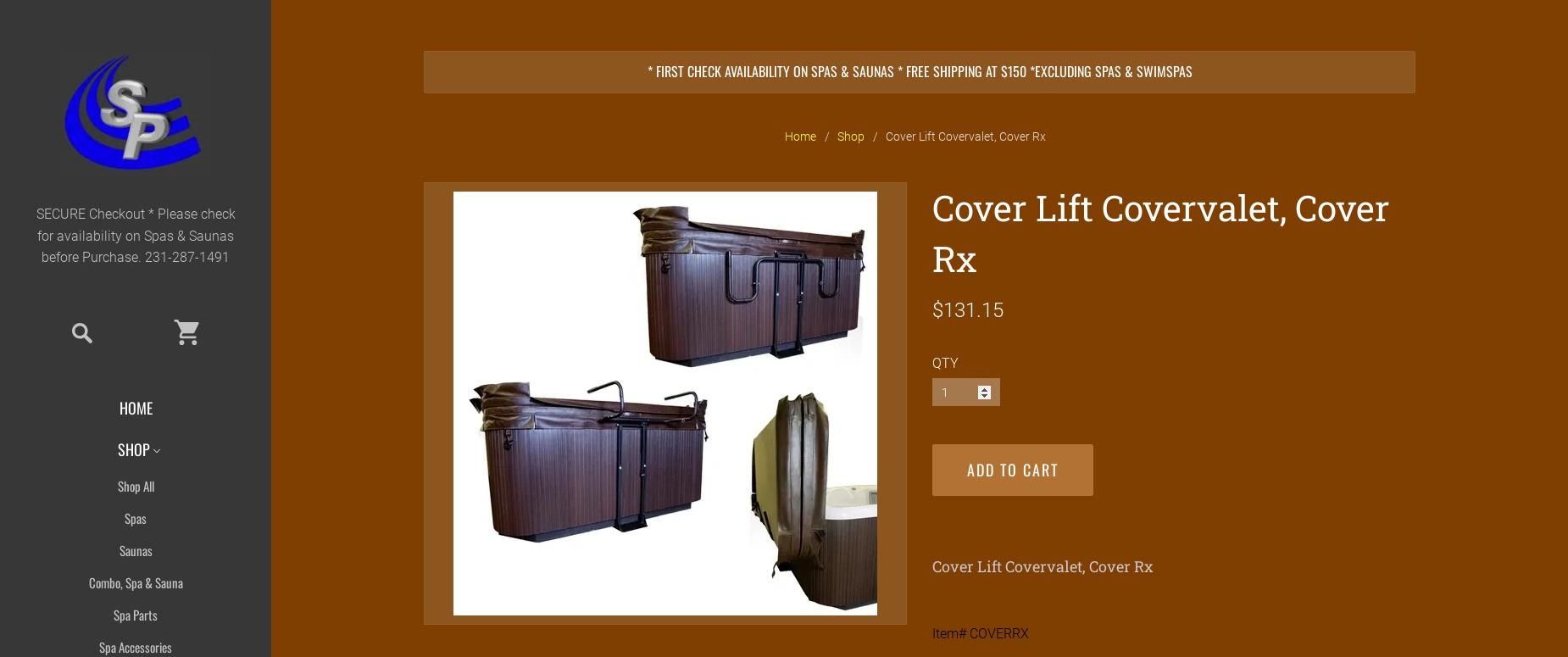  I want to click on 'Saunas', so click(134, 548).